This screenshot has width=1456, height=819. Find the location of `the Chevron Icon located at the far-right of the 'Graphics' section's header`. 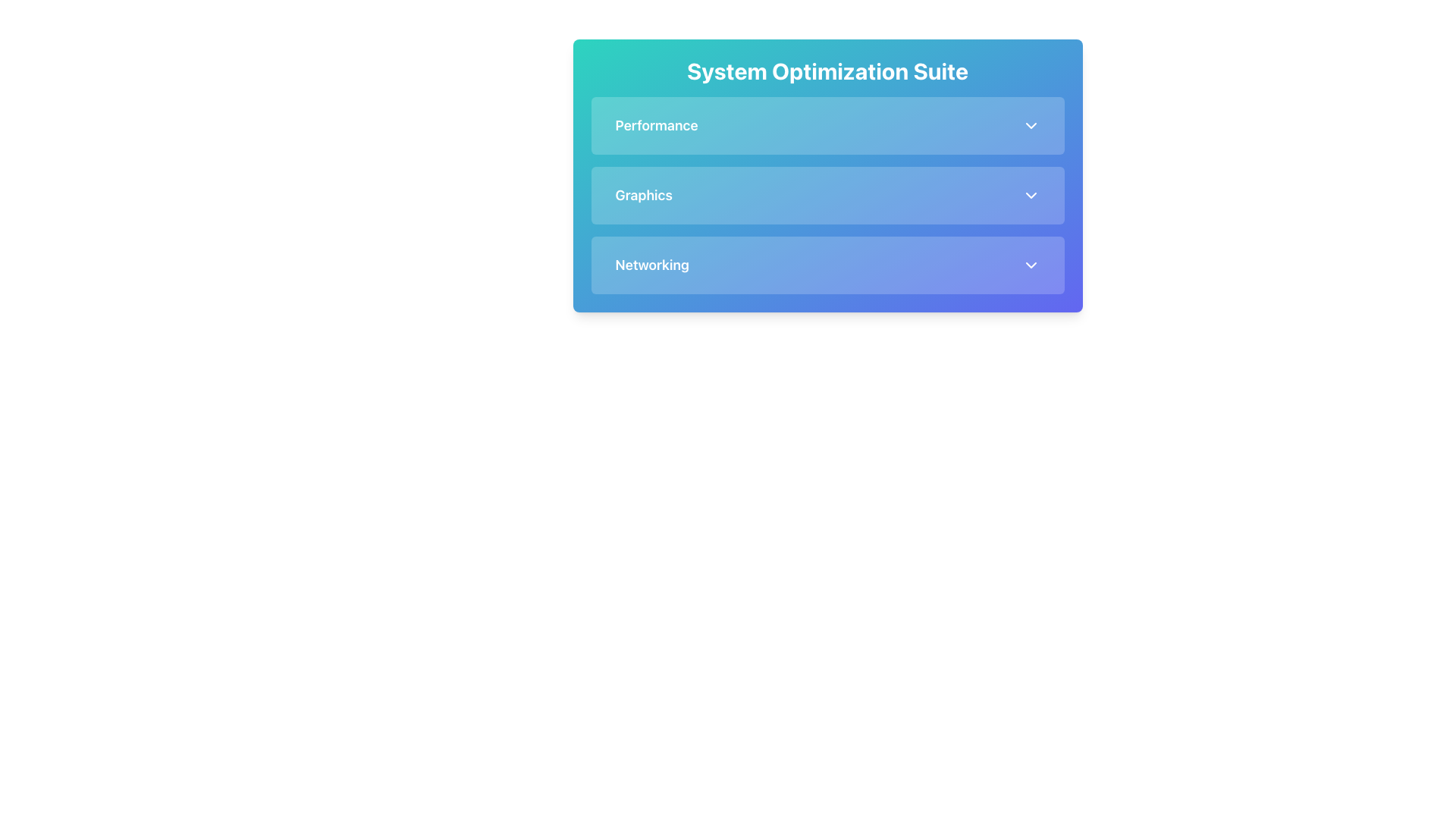

the Chevron Icon located at the far-right of the 'Graphics' section's header is located at coordinates (1031, 195).